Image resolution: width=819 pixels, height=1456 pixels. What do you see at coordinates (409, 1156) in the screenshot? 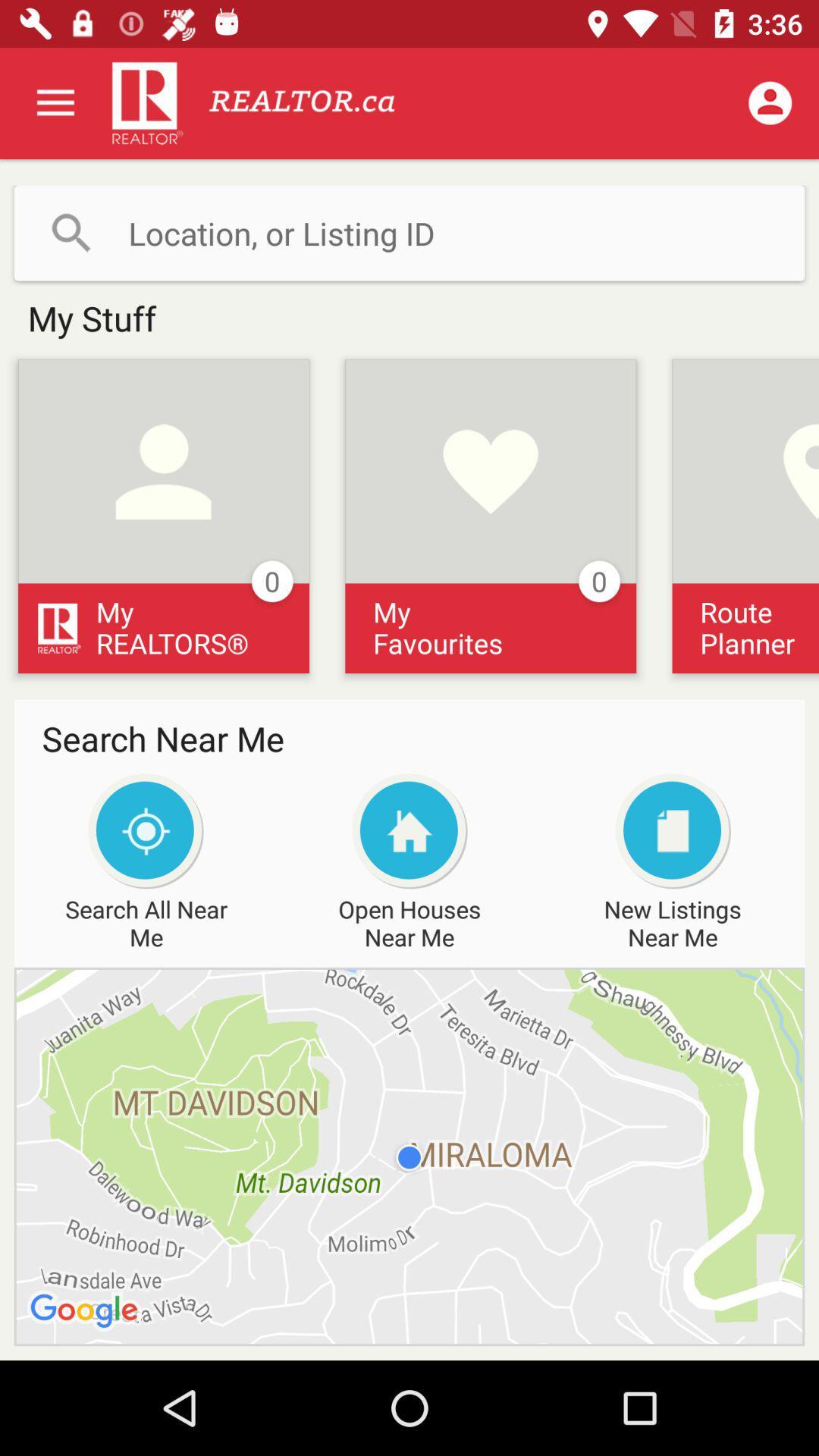
I see `item below search all near icon` at bounding box center [409, 1156].